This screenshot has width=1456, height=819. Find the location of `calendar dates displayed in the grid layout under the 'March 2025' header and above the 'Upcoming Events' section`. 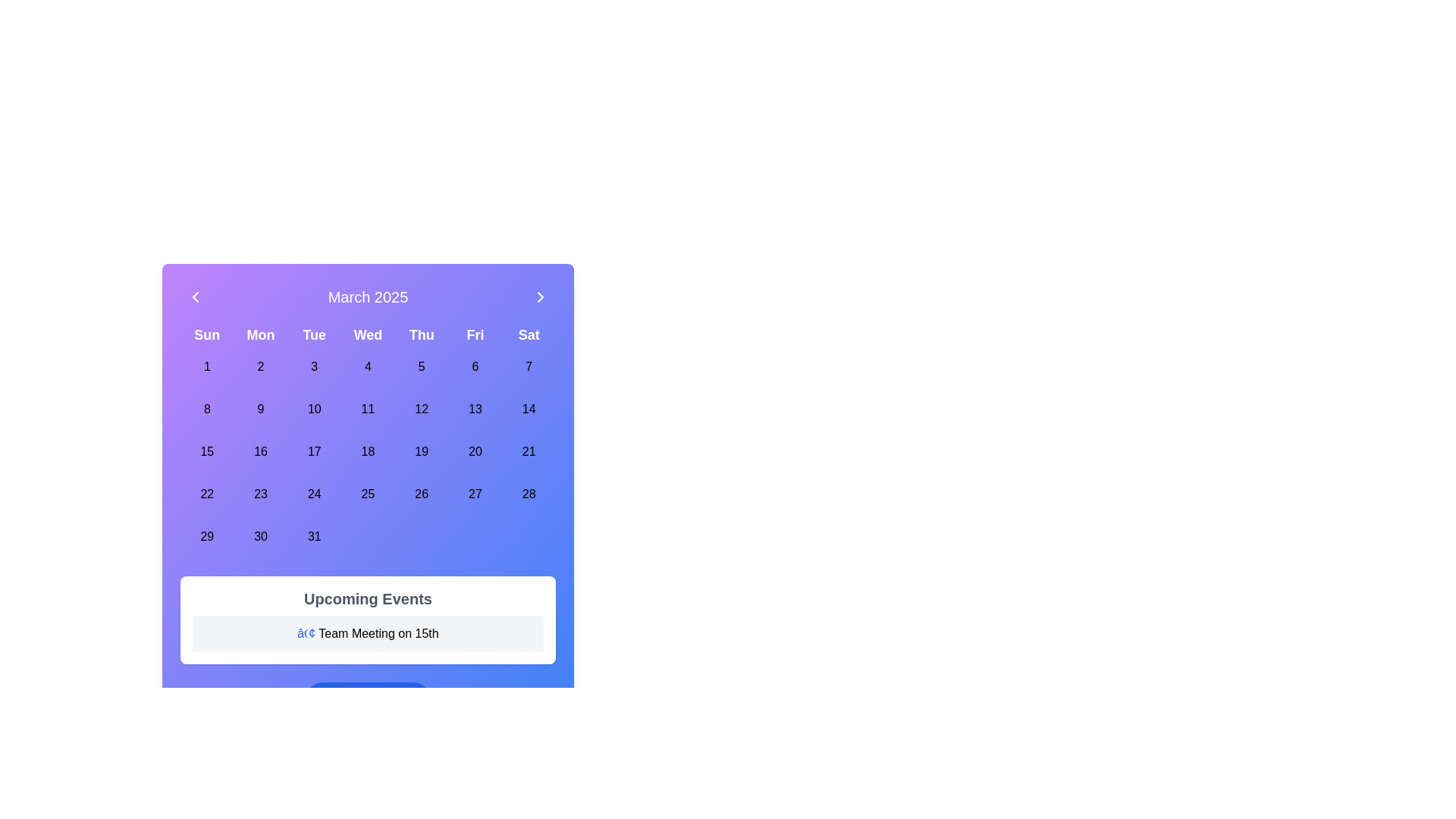

calendar dates displayed in the grid layout under the 'March 2025' header and above the 'Upcoming Events' section is located at coordinates (368, 441).